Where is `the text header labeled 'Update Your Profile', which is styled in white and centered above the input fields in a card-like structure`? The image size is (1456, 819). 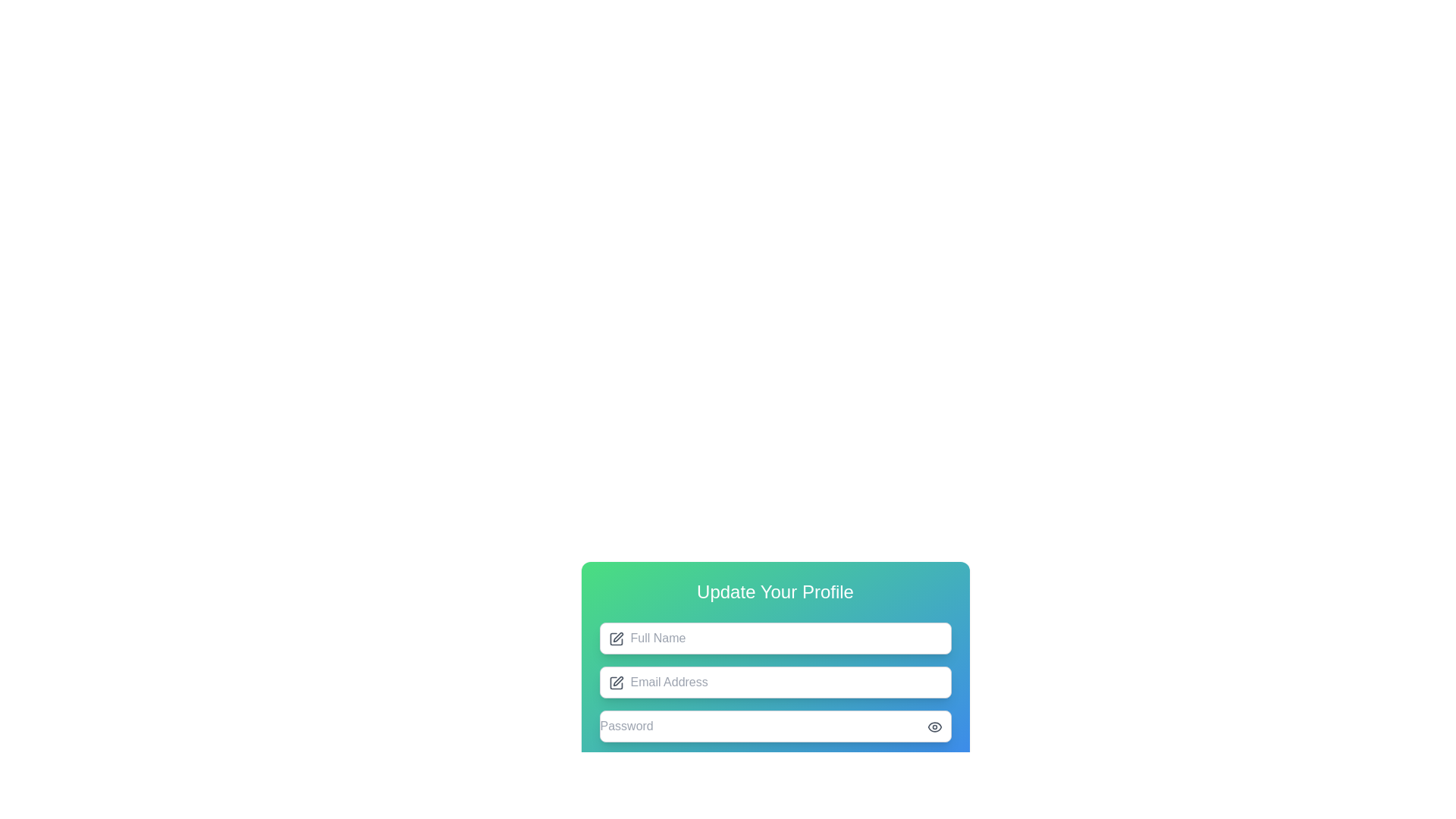
the text header labeled 'Update Your Profile', which is styled in white and centered above the input fields in a card-like structure is located at coordinates (775, 591).